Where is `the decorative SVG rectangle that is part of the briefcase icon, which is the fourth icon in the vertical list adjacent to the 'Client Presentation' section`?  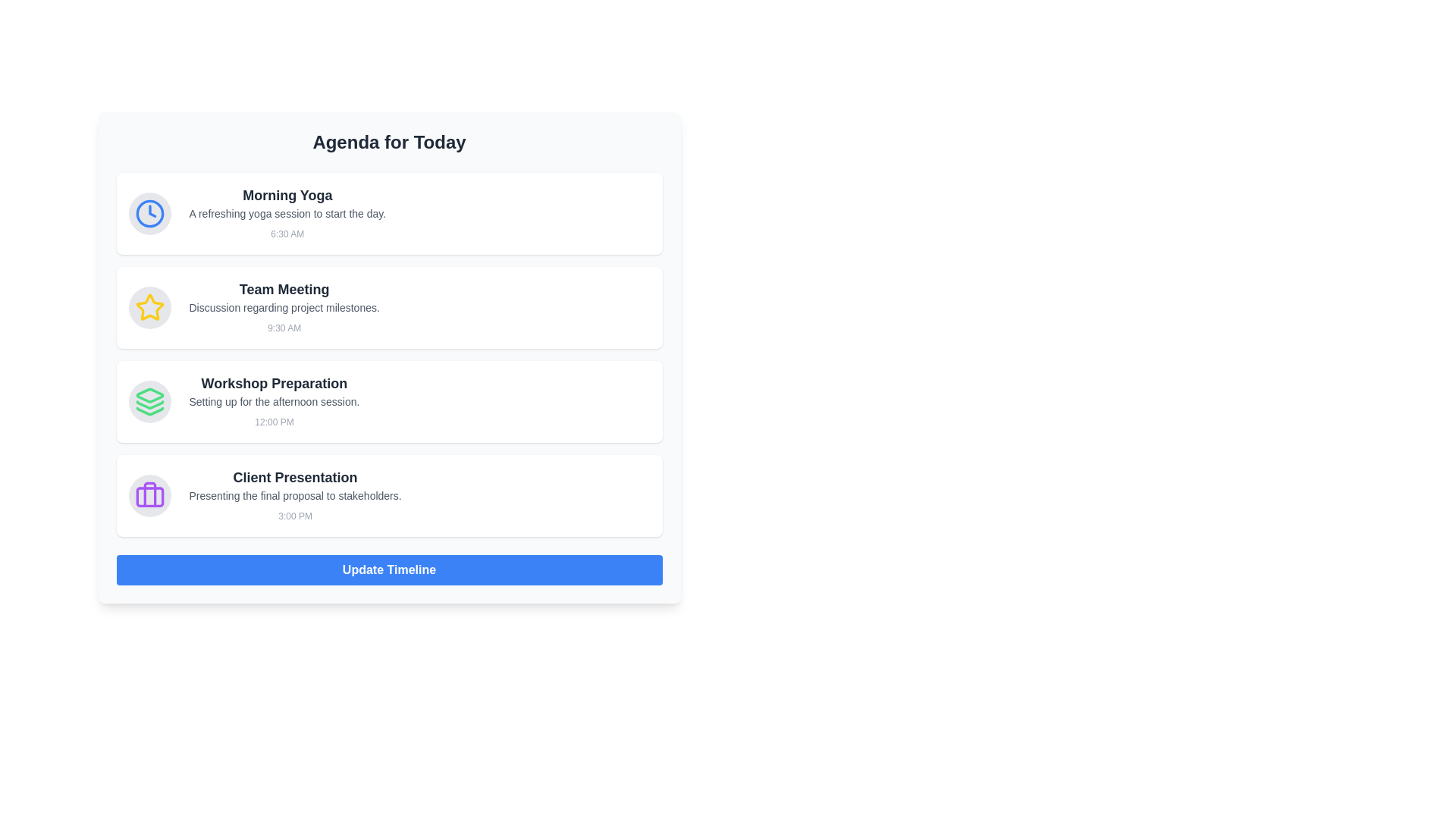 the decorative SVG rectangle that is part of the briefcase icon, which is the fourth icon in the vertical list adjacent to the 'Client Presentation' section is located at coordinates (149, 497).